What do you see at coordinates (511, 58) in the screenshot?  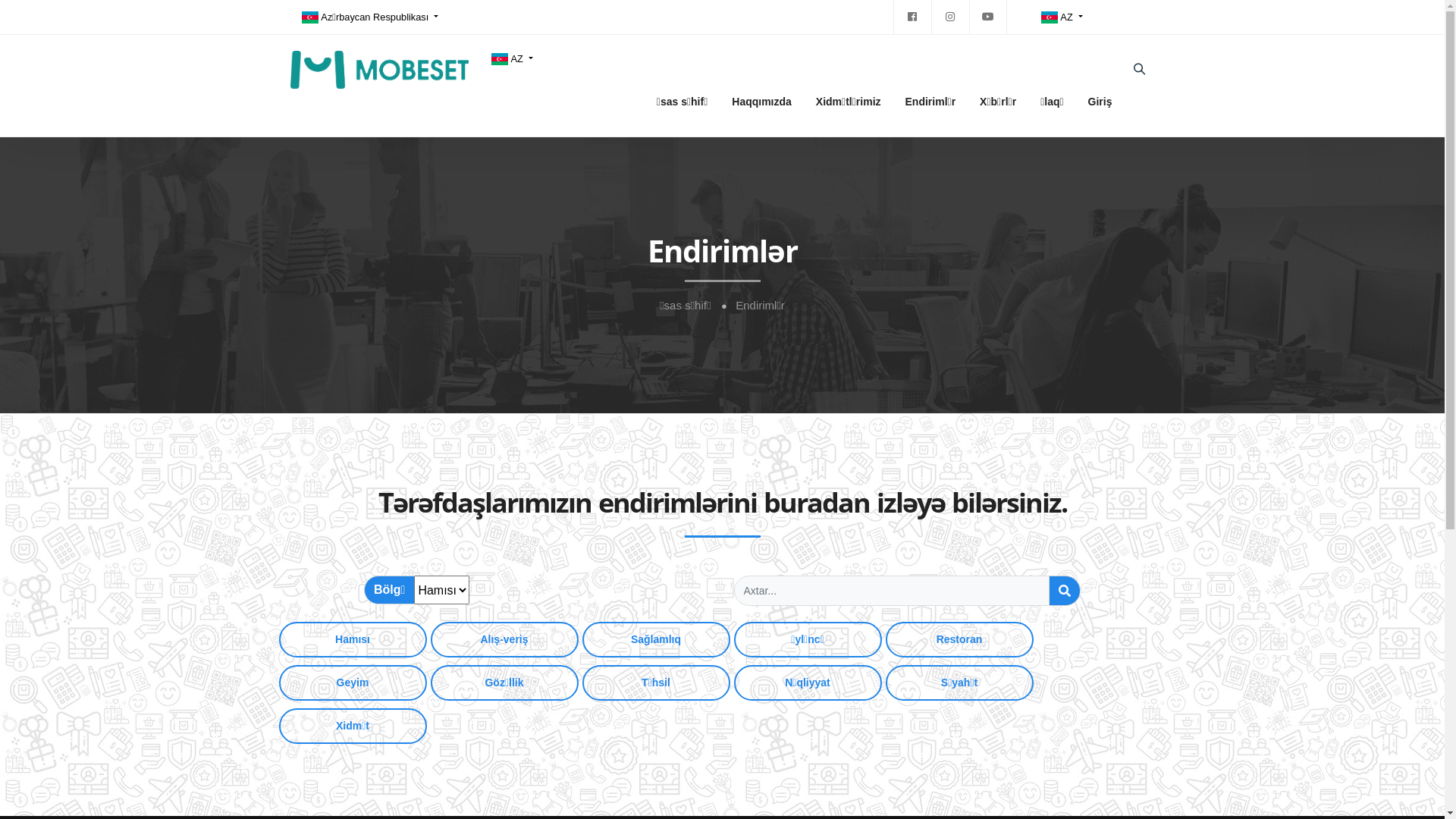 I see `'AZ'` at bounding box center [511, 58].